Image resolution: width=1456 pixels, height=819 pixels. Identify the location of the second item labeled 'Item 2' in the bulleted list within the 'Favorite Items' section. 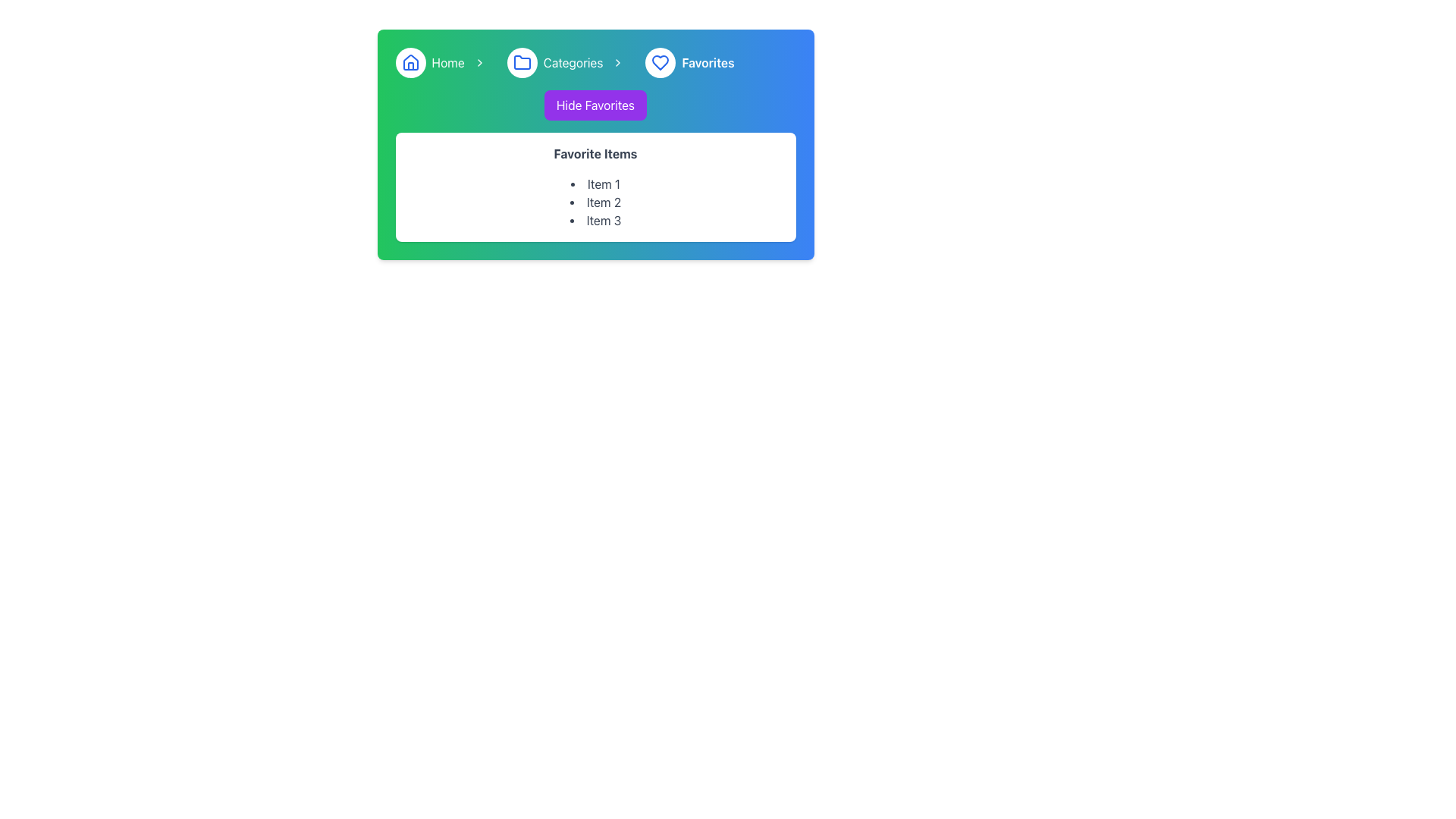
(595, 201).